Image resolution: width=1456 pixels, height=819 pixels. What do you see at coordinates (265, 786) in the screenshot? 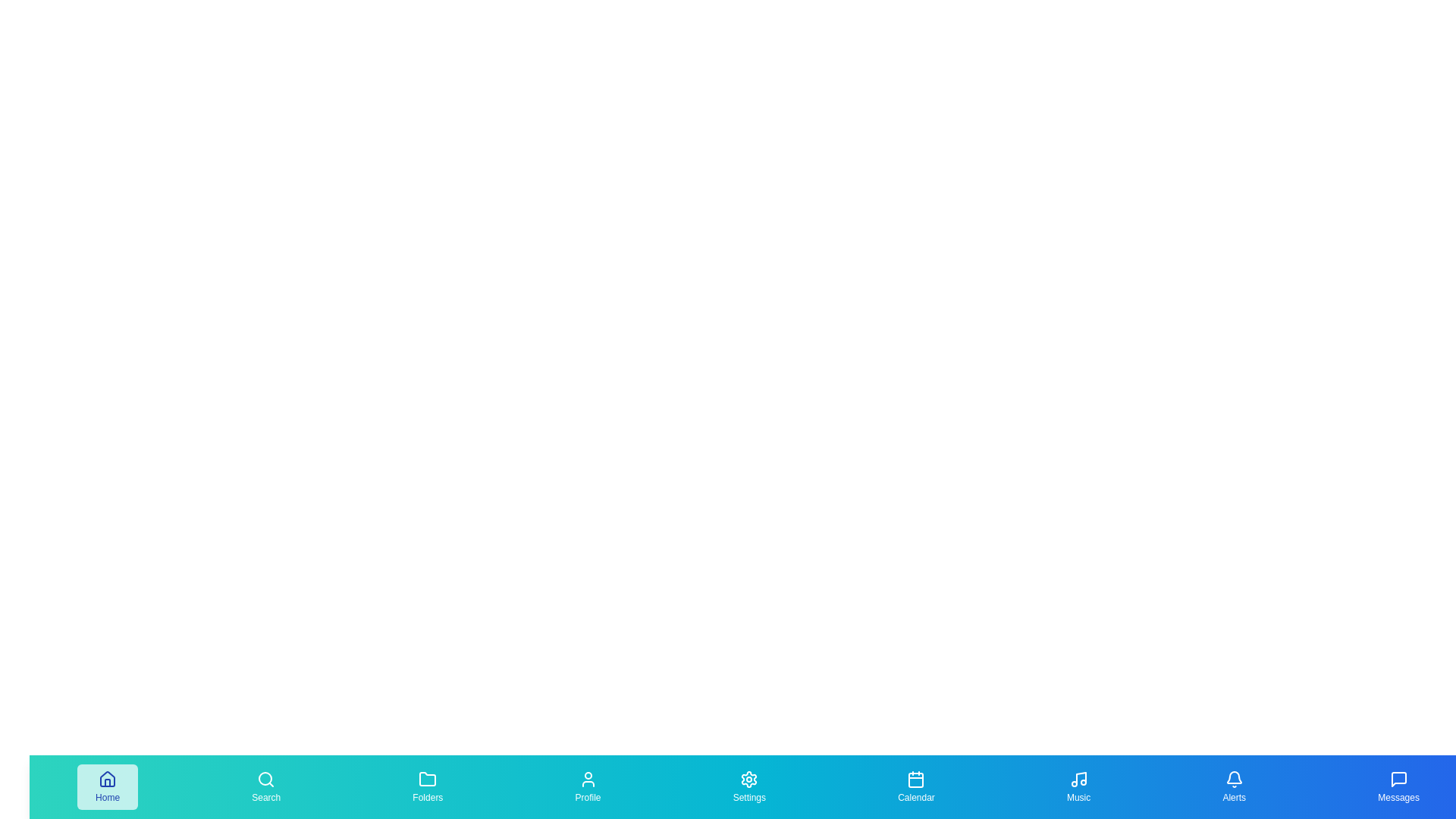
I see `the 'Search' tab in the bottom navigation bar` at bounding box center [265, 786].